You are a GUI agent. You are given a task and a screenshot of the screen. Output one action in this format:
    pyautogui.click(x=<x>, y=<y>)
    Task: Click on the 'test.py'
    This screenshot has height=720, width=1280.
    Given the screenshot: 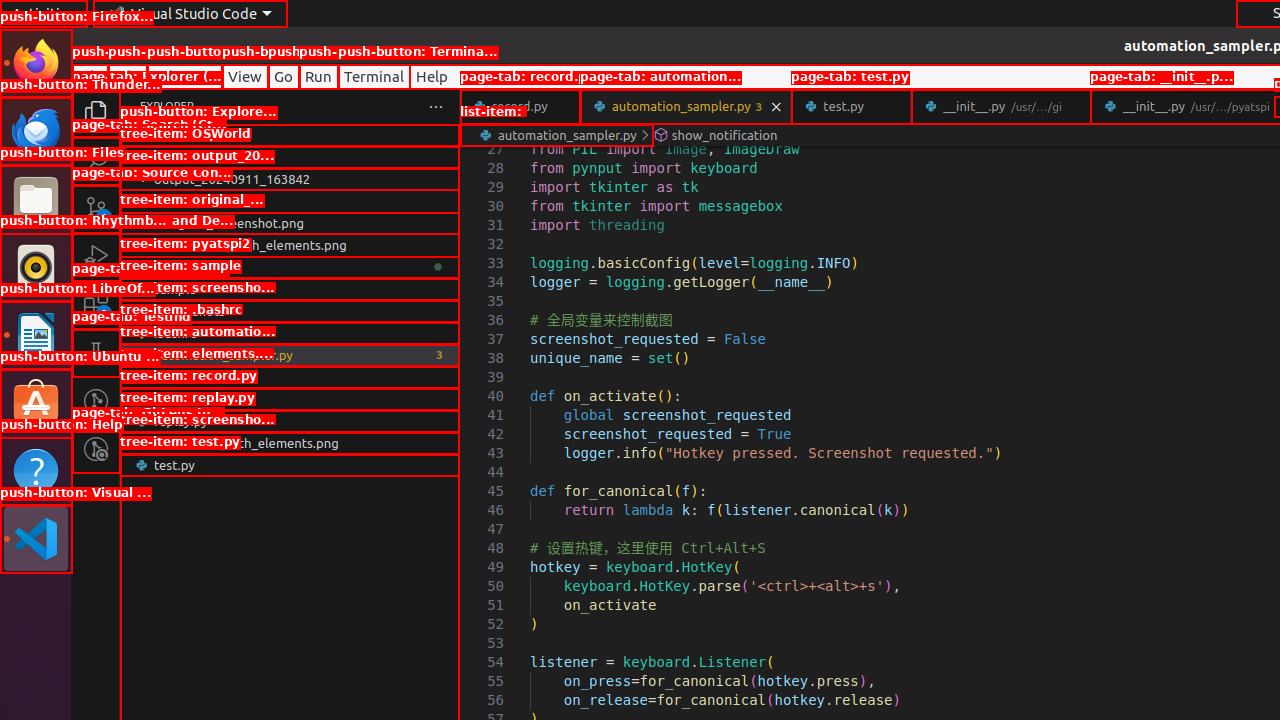 What is the action you would take?
    pyautogui.click(x=851, y=106)
    